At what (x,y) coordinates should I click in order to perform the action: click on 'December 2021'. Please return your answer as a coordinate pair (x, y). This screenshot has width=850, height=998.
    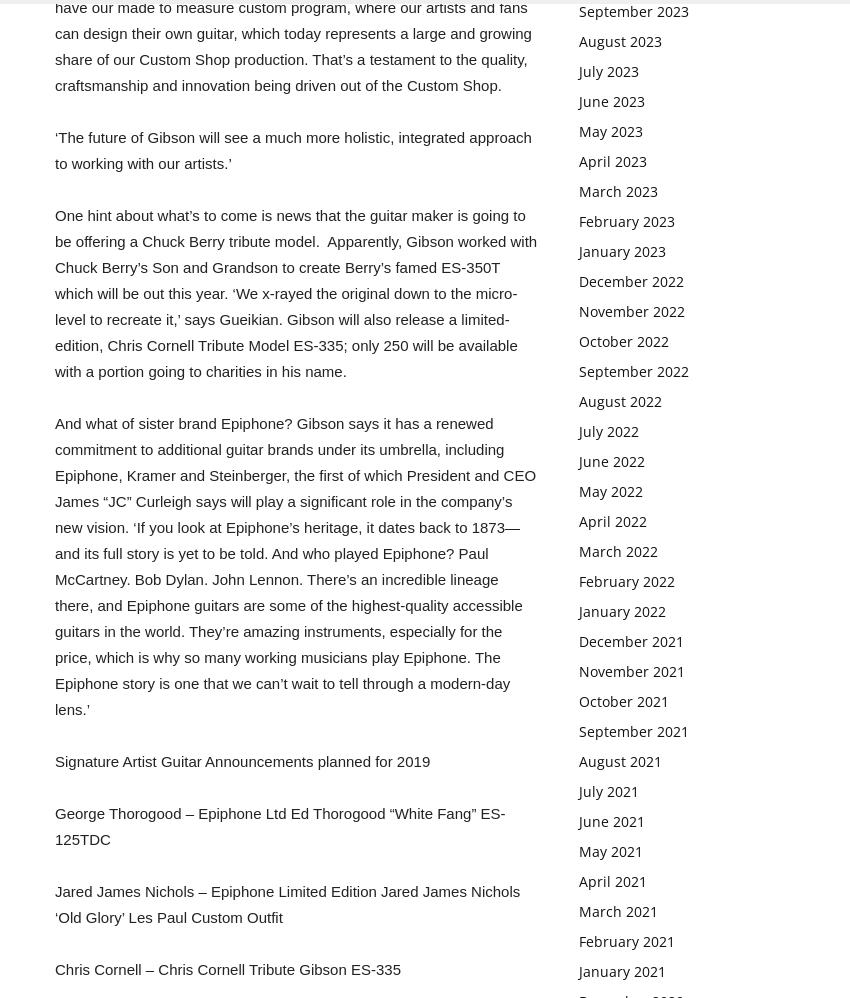
    Looking at the image, I should click on (630, 641).